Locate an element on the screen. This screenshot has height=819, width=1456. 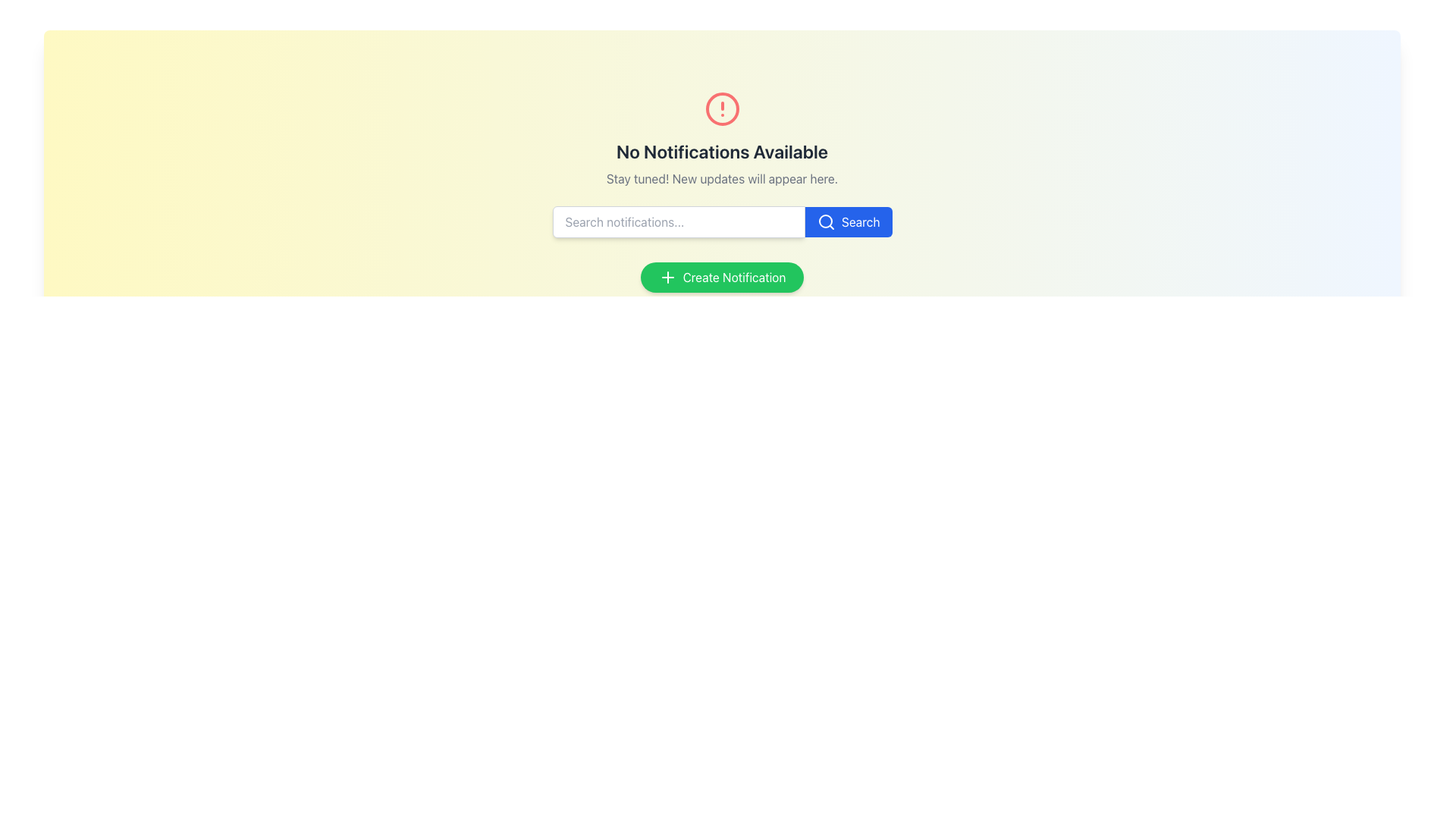
the search icon, which is styled as a search glass and located within the blue 'Search' button is located at coordinates (825, 222).